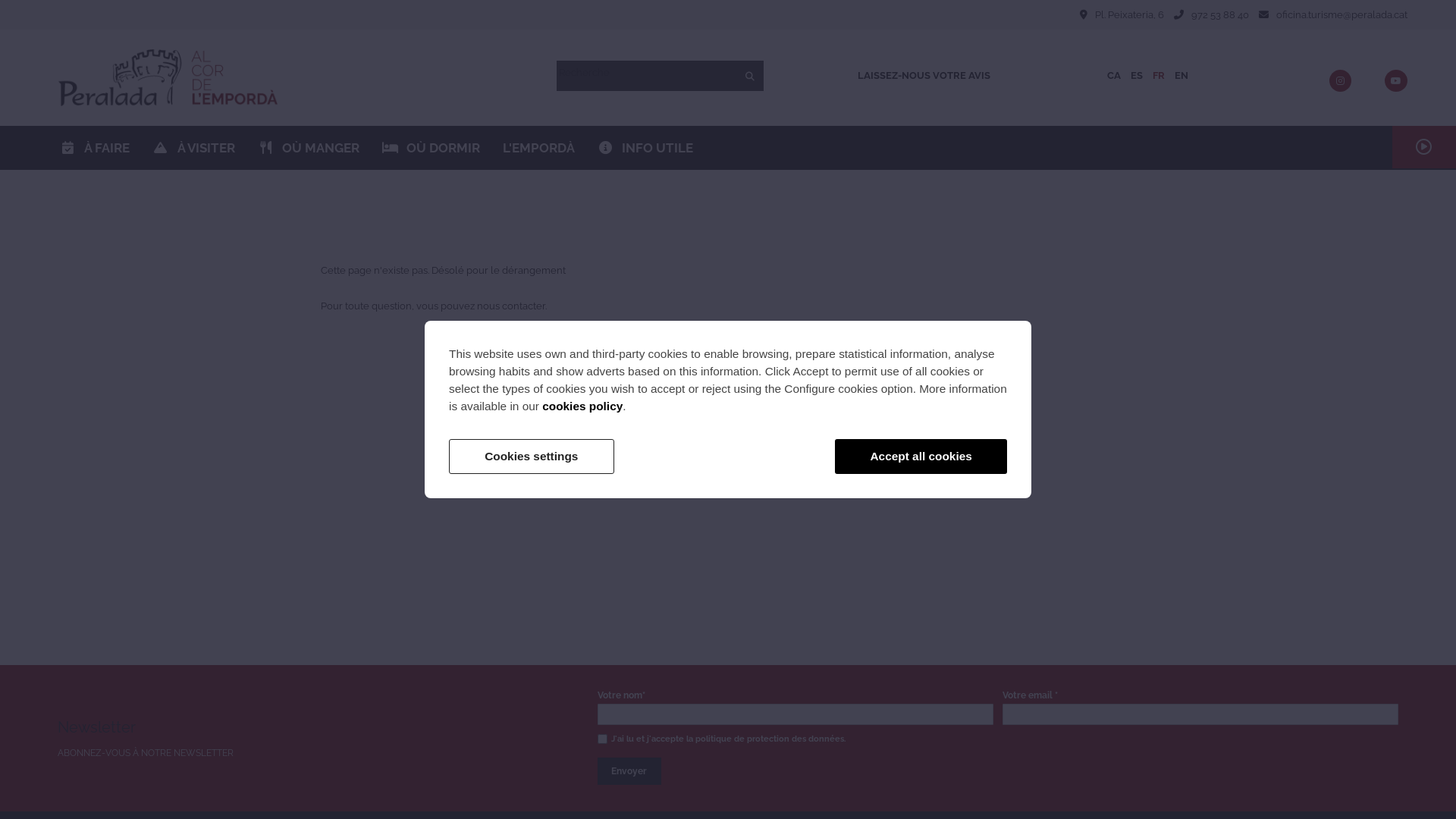 The image size is (1456, 819). What do you see at coordinates (1157, 75) in the screenshot?
I see `'FR'` at bounding box center [1157, 75].